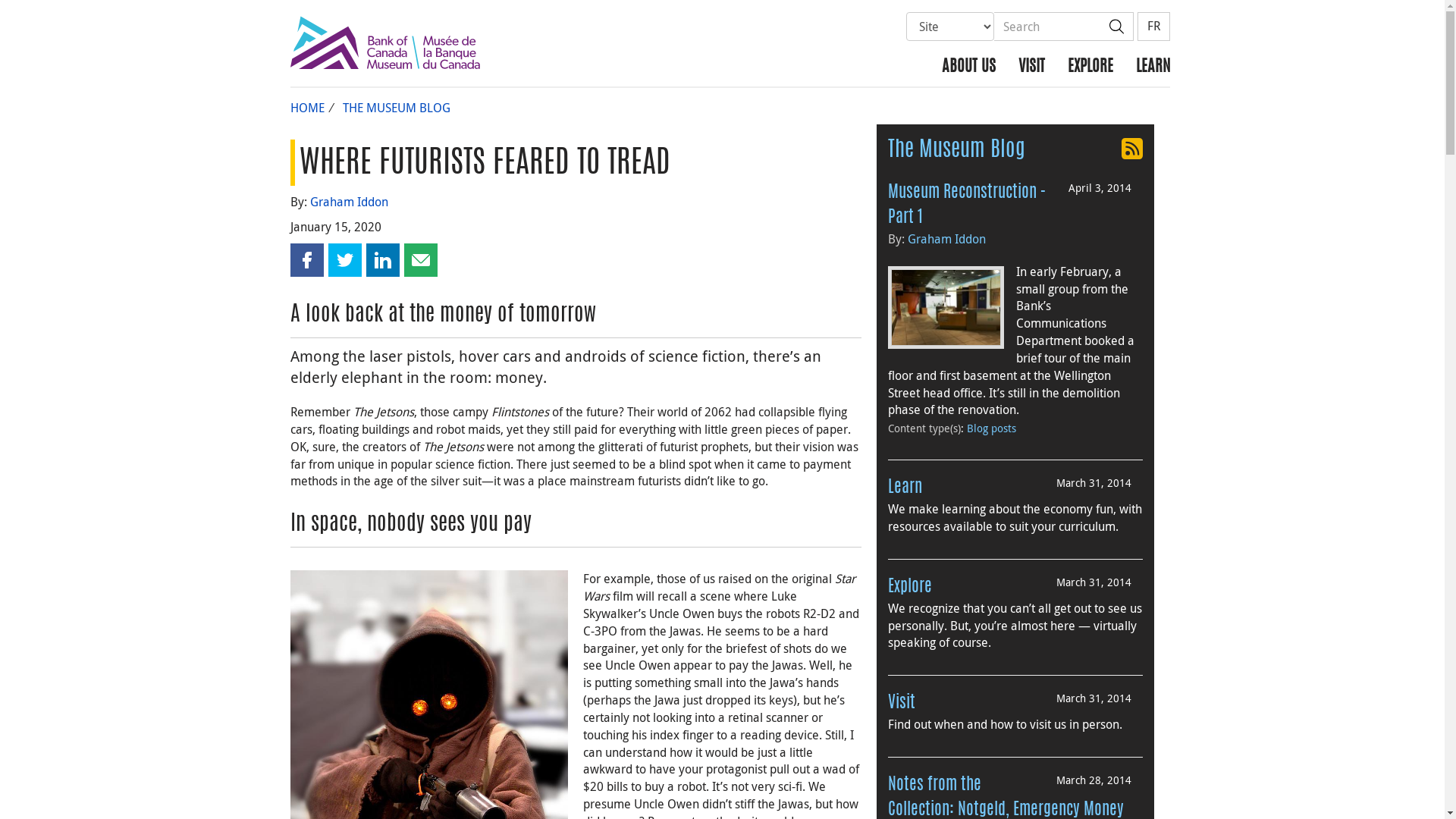 This screenshot has height=819, width=1456. What do you see at coordinates (419, 259) in the screenshot?
I see `'Share this page by email'` at bounding box center [419, 259].